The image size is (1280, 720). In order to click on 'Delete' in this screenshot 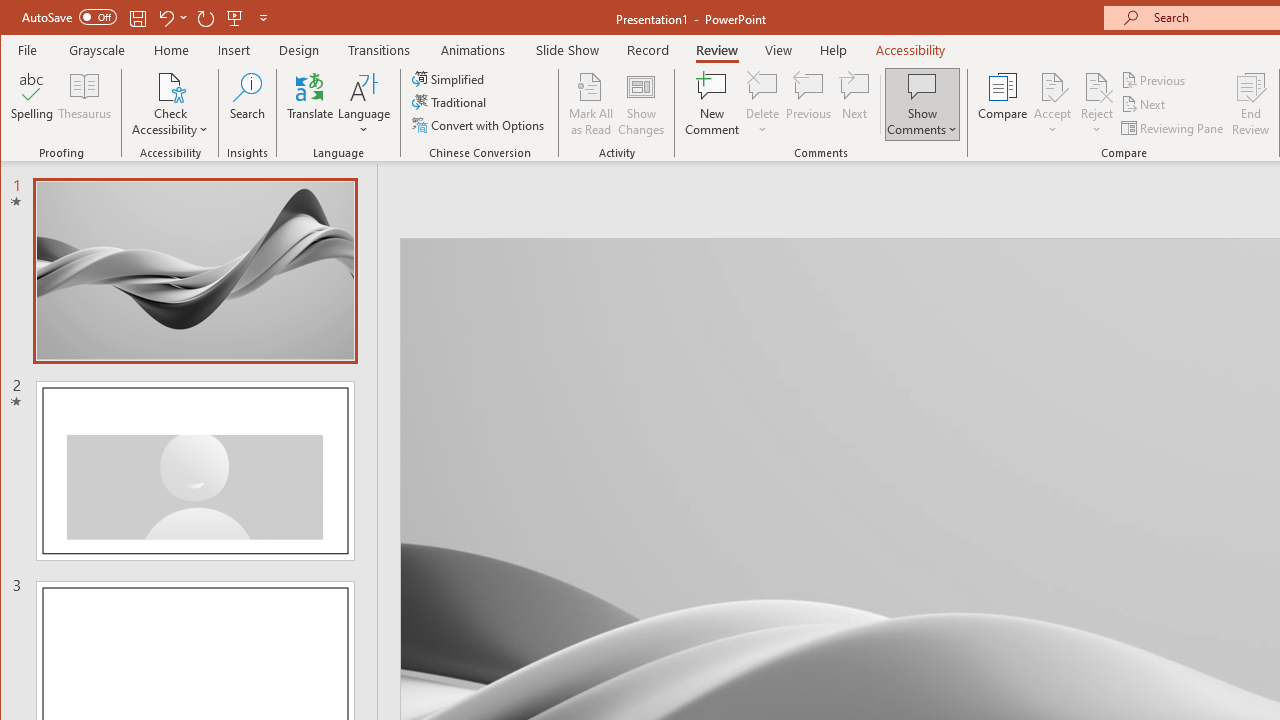, I will do `click(761, 85)`.